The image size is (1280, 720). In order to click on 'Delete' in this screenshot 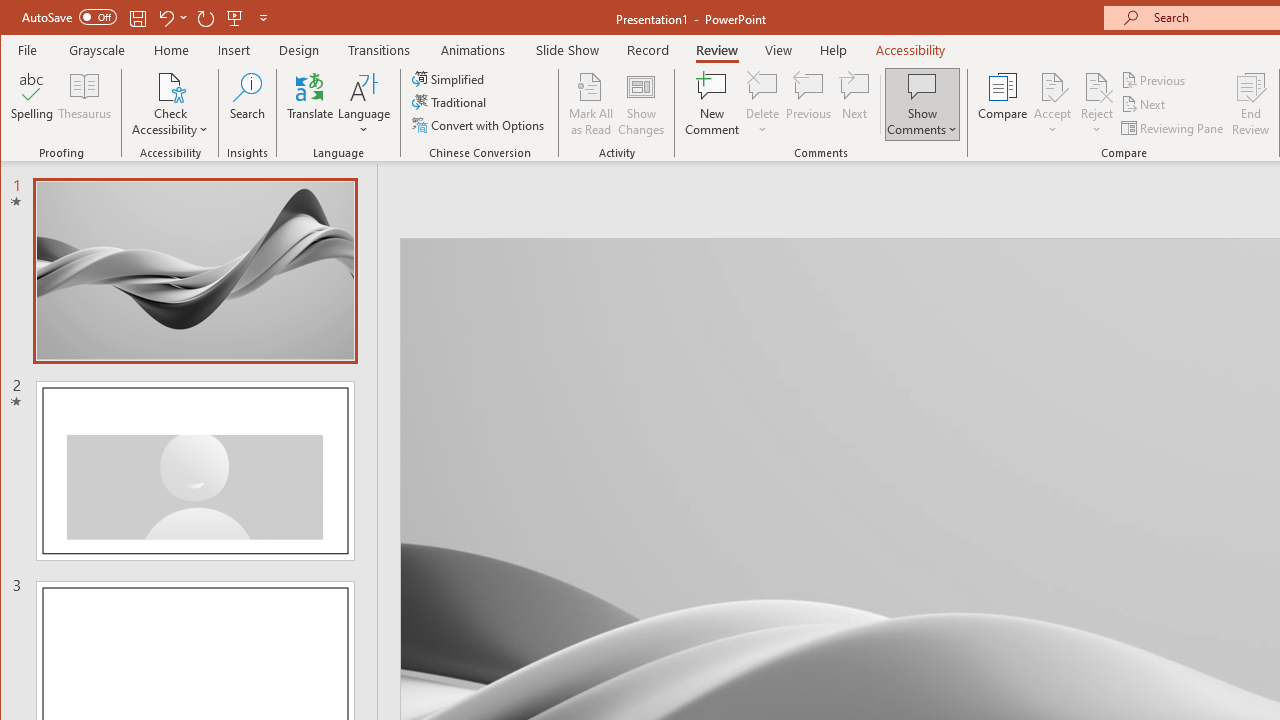, I will do `click(761, 85)`.